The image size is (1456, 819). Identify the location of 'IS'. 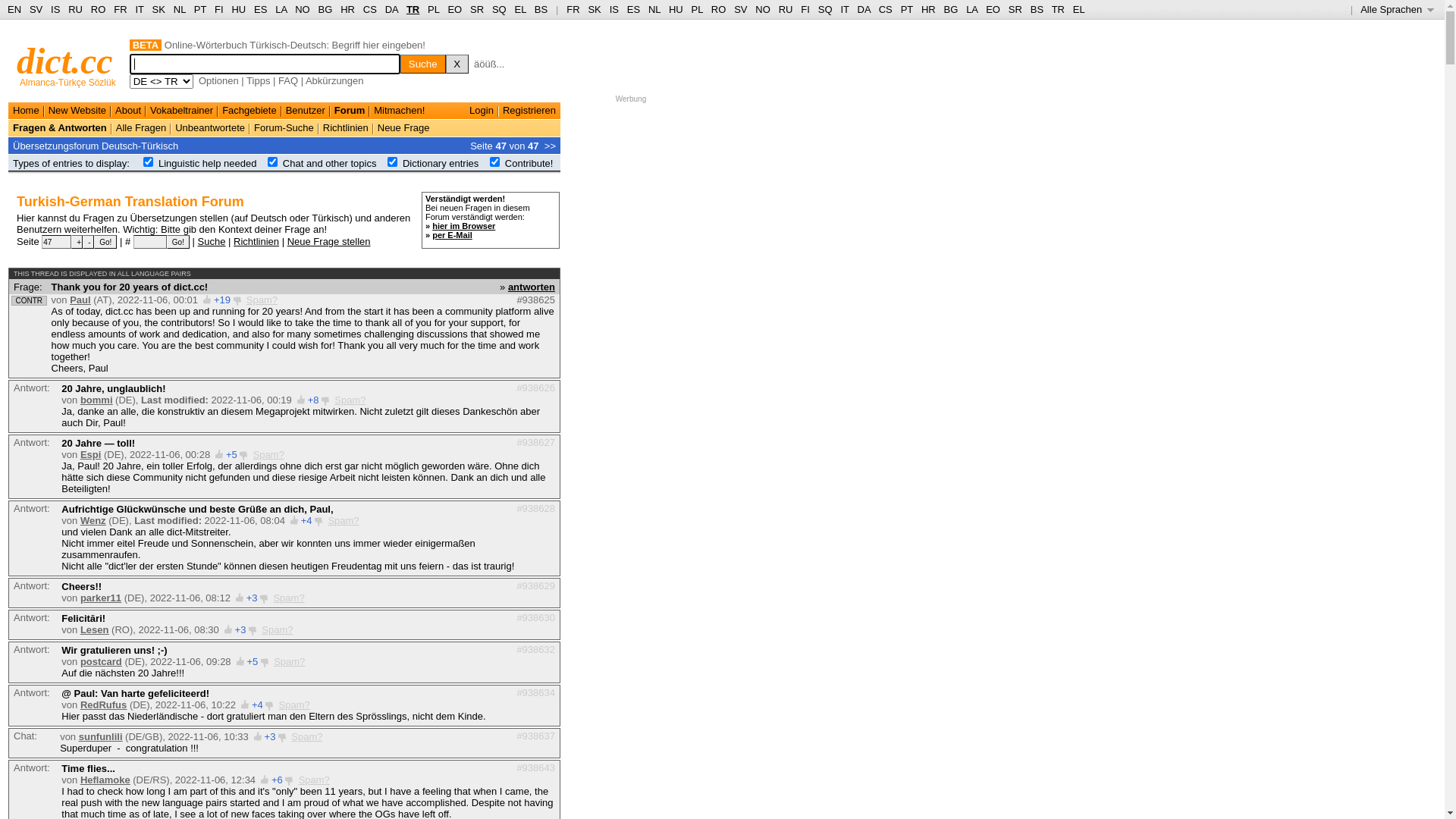
(55, 9).